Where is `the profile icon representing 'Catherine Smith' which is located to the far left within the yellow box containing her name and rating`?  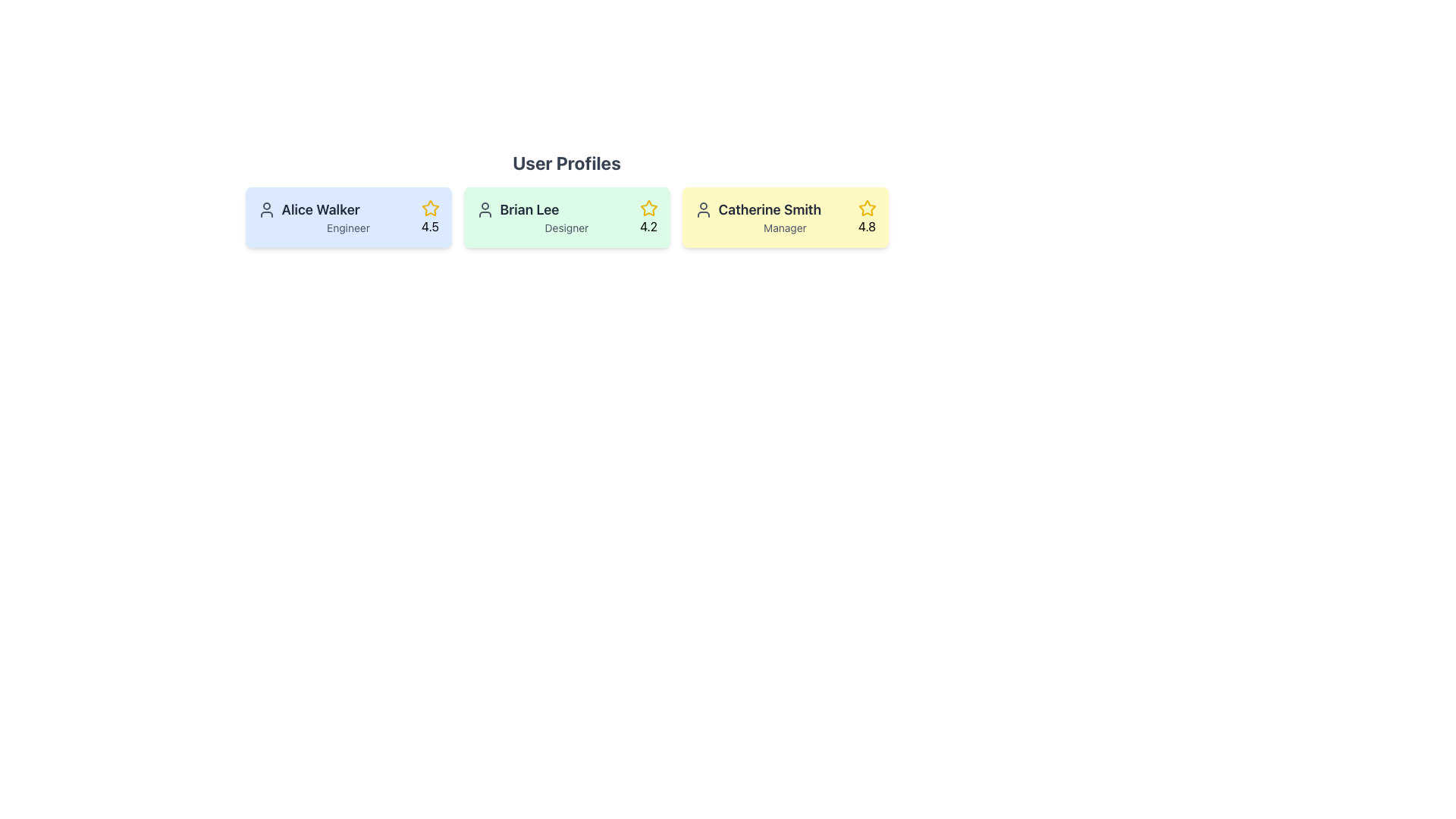
the profile icon representing 'Catherine Smith' which is located to the far left within the yellow box containing her name and rating is located at coordinates (702, 210).